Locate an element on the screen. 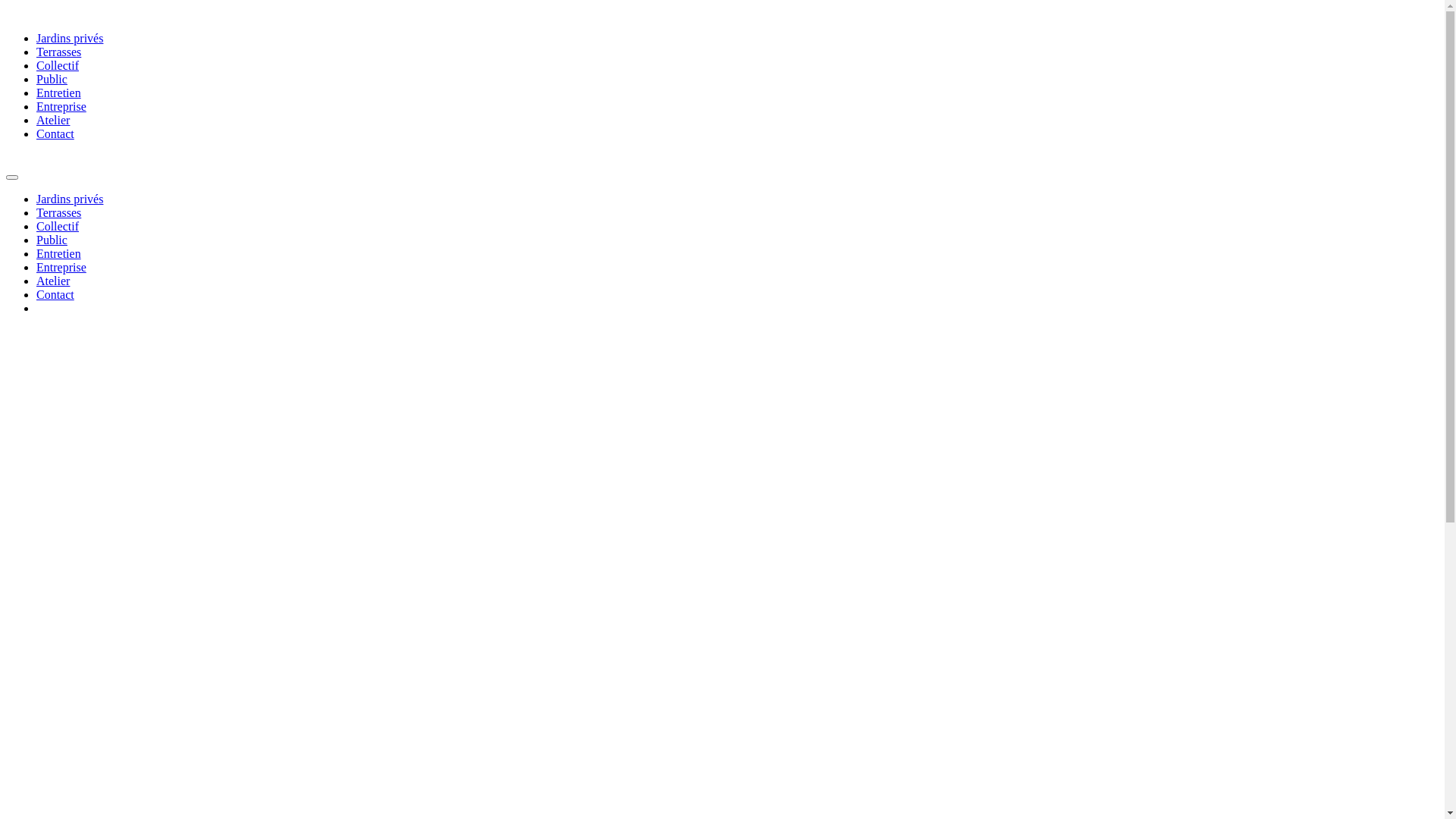 This screenshot has height=819, width=1456. 'Entretien' is located at coordinates (36, 93).